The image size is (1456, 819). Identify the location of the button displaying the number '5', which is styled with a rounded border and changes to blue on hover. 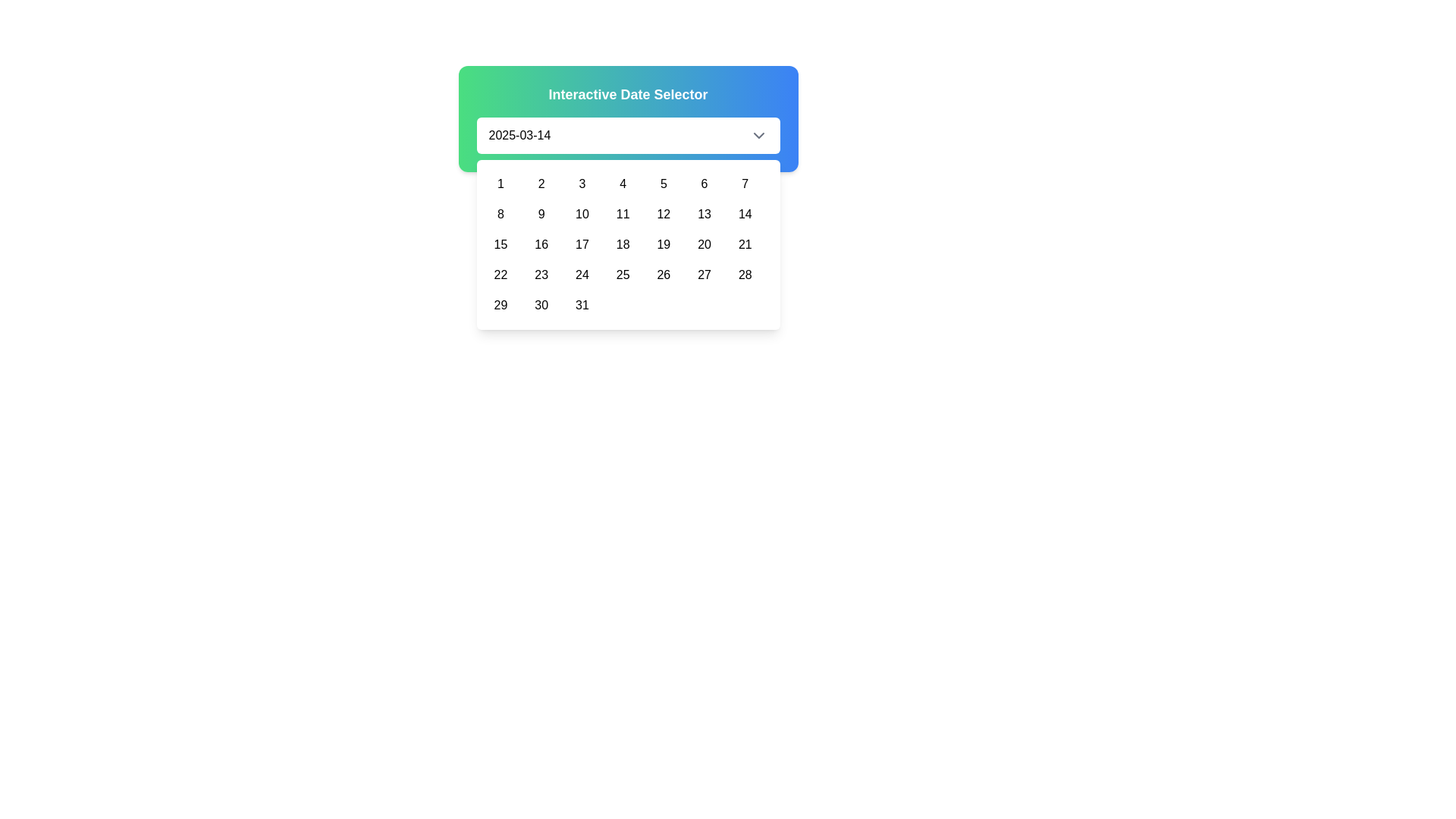
(664, 184).